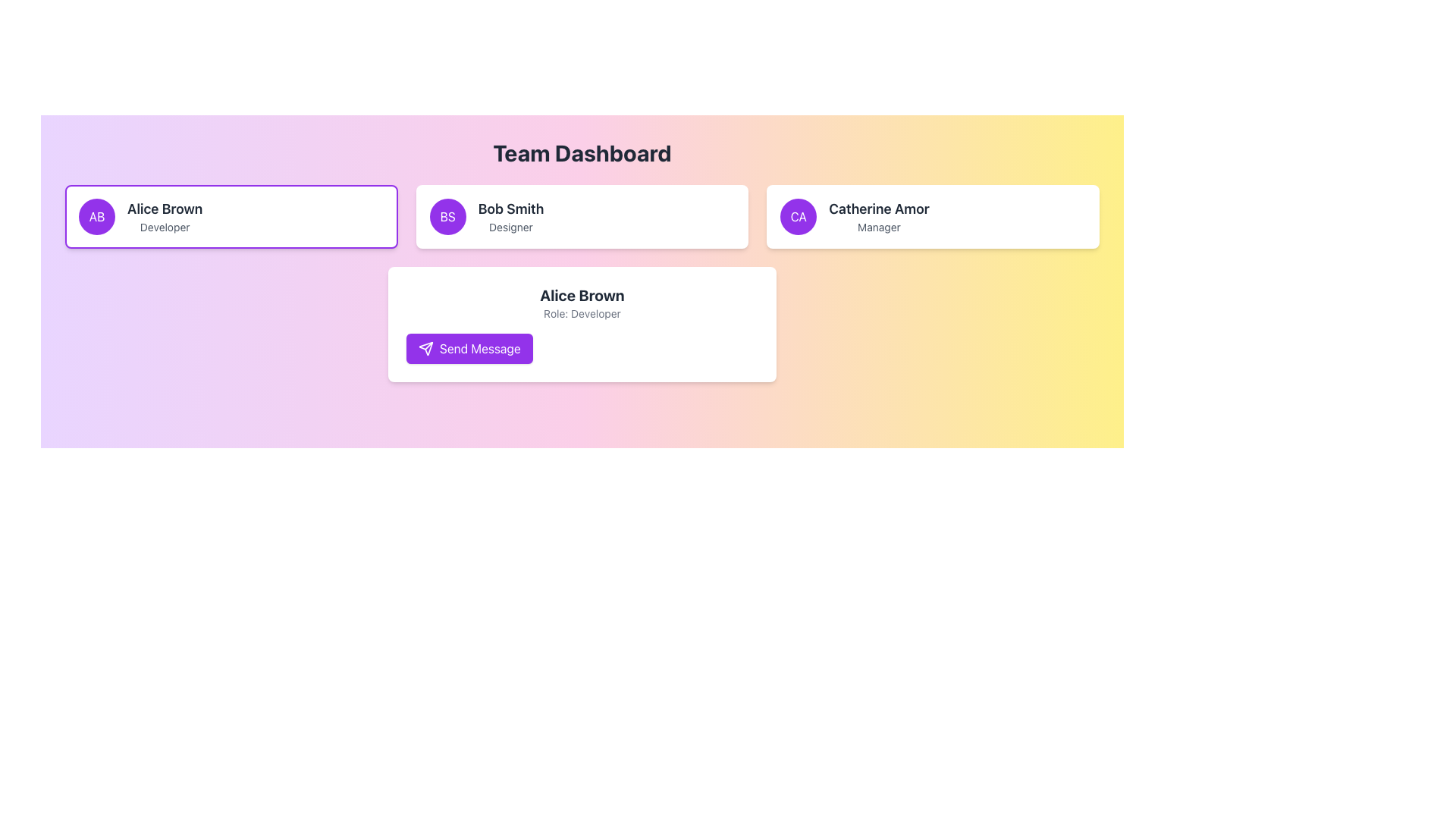 Image resolution: width=1456 pixels, height=819 pixels. Describe the element at coordinates (932, 216) in the screenshot. I see `the user profile card displaying information about a team member, located in the top-right section of the interface, specifically the third card in the row after Bob Smith` at that location.